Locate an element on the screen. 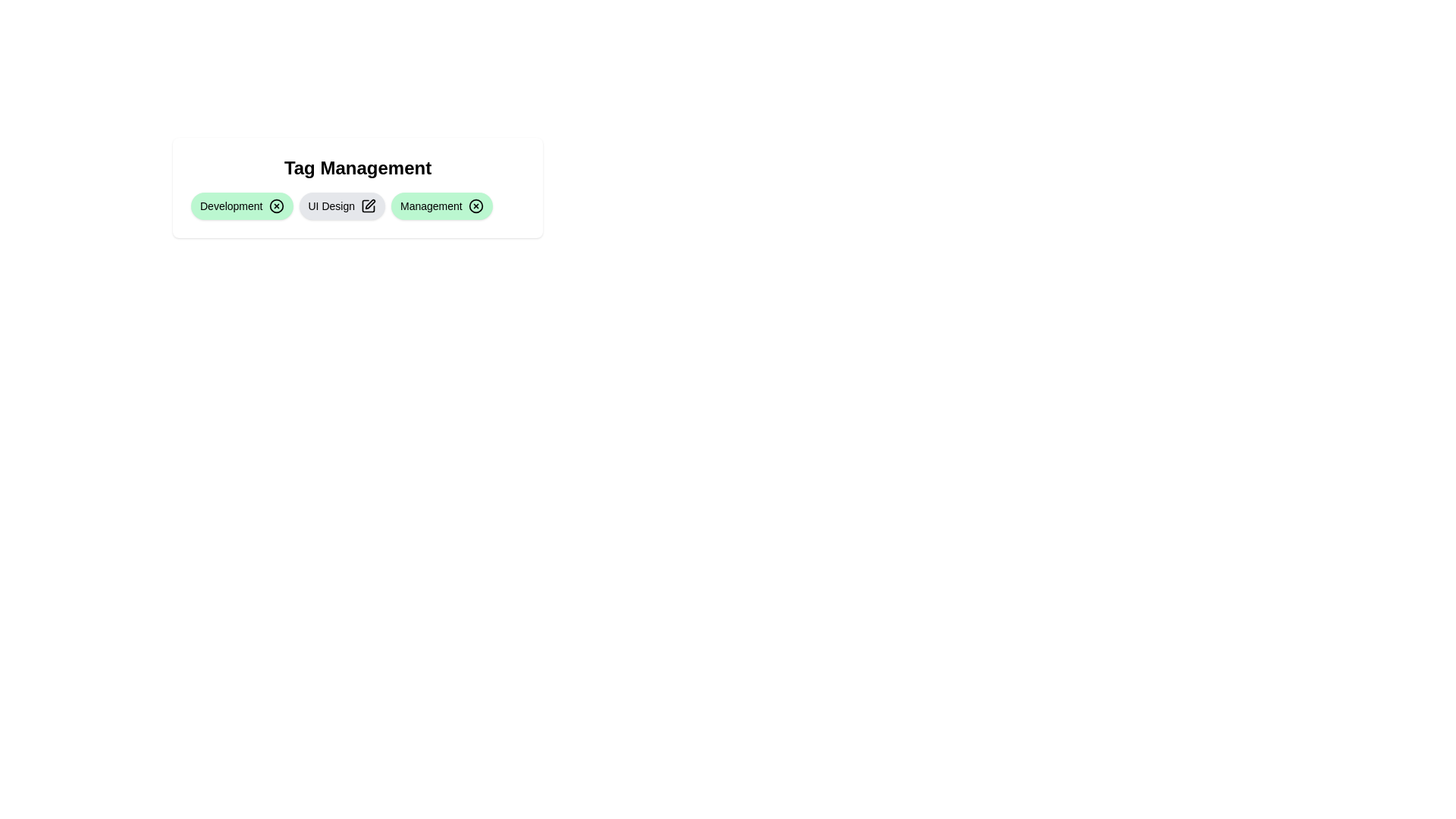  the tag labeled Development is located at coordinates (241, 206).